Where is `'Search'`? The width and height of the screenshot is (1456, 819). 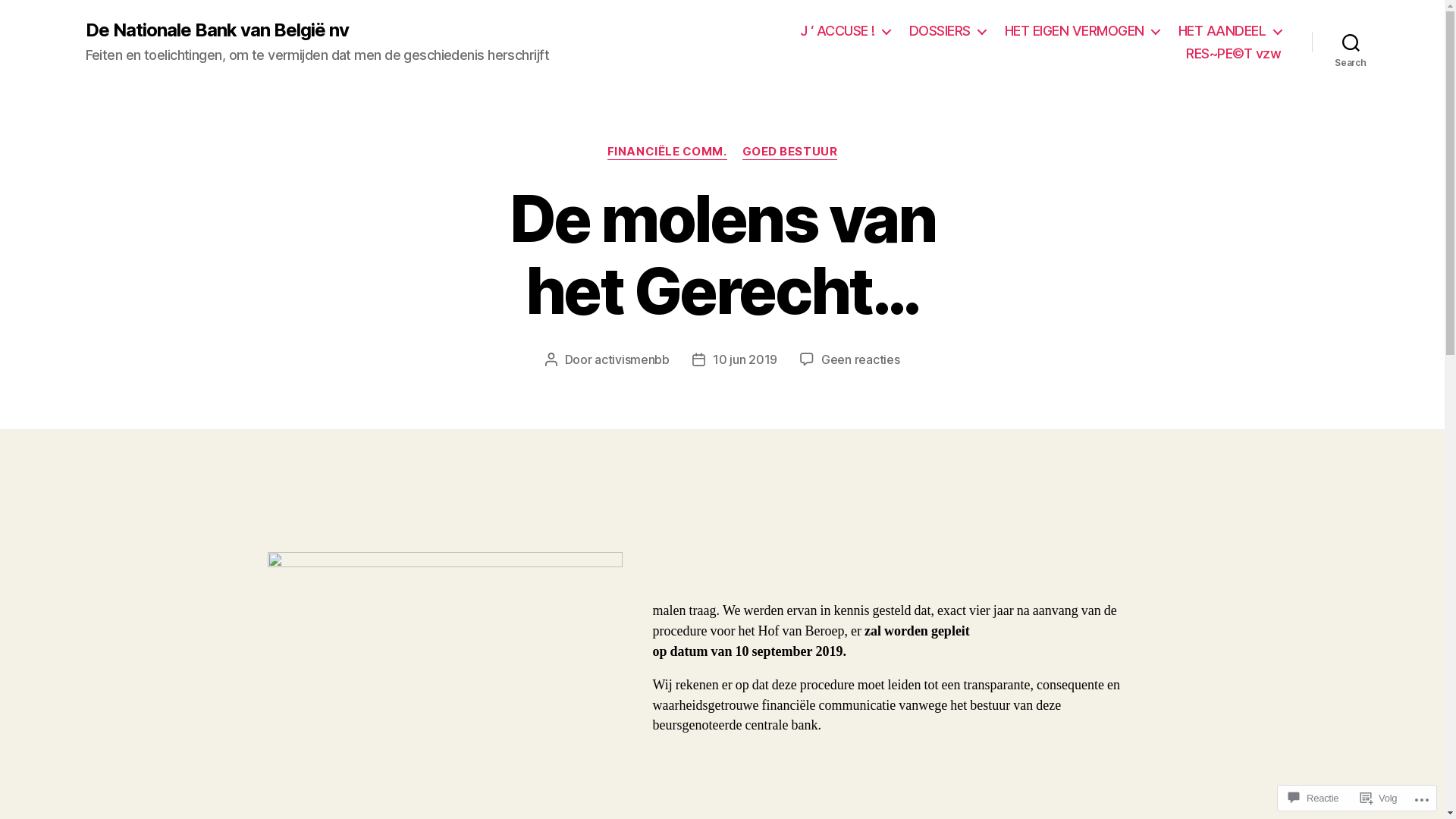 'Search' is located at coordinates (1351, 42).